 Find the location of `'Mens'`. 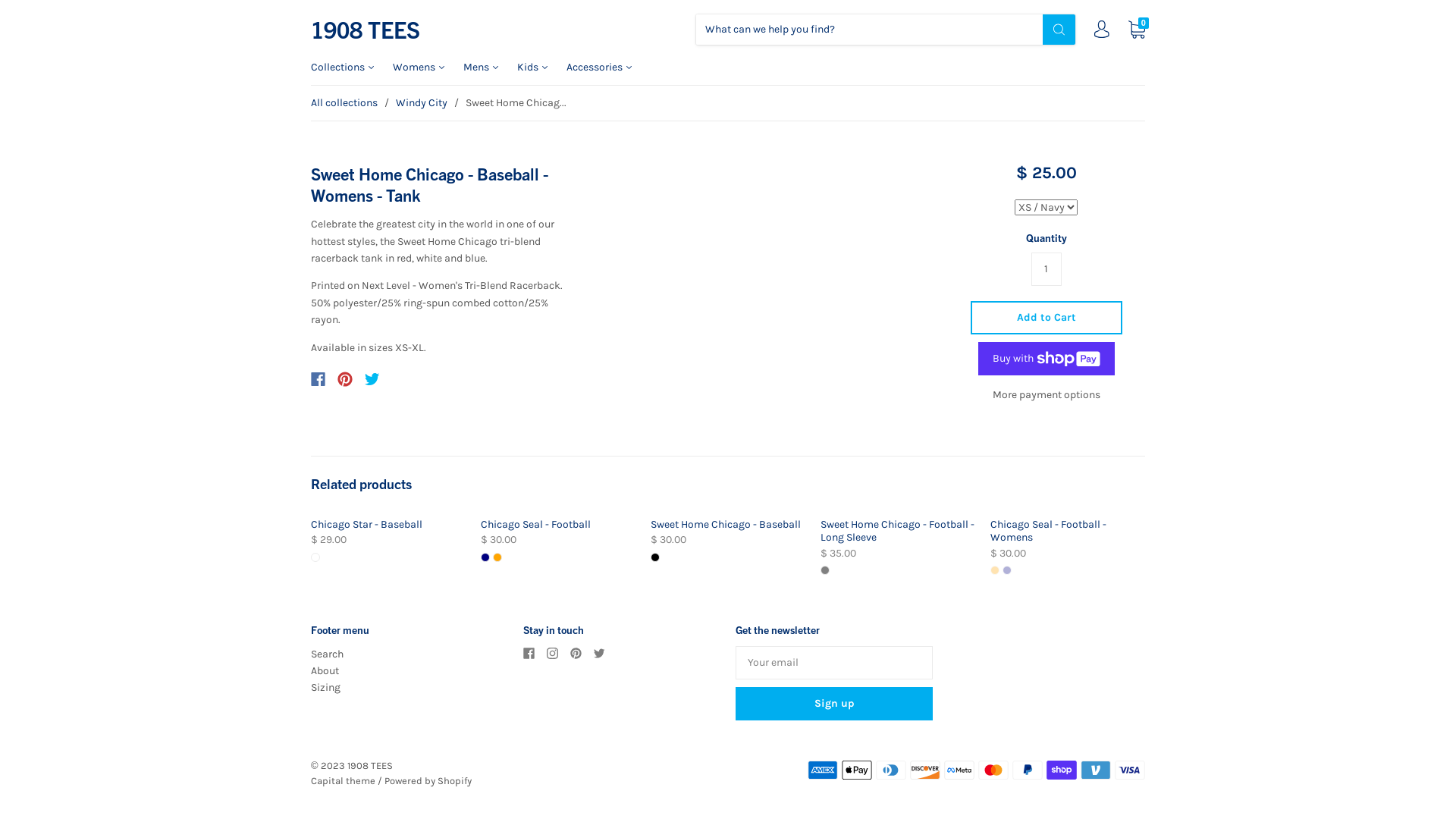

'Mens' is located at coordinates (490, 66).